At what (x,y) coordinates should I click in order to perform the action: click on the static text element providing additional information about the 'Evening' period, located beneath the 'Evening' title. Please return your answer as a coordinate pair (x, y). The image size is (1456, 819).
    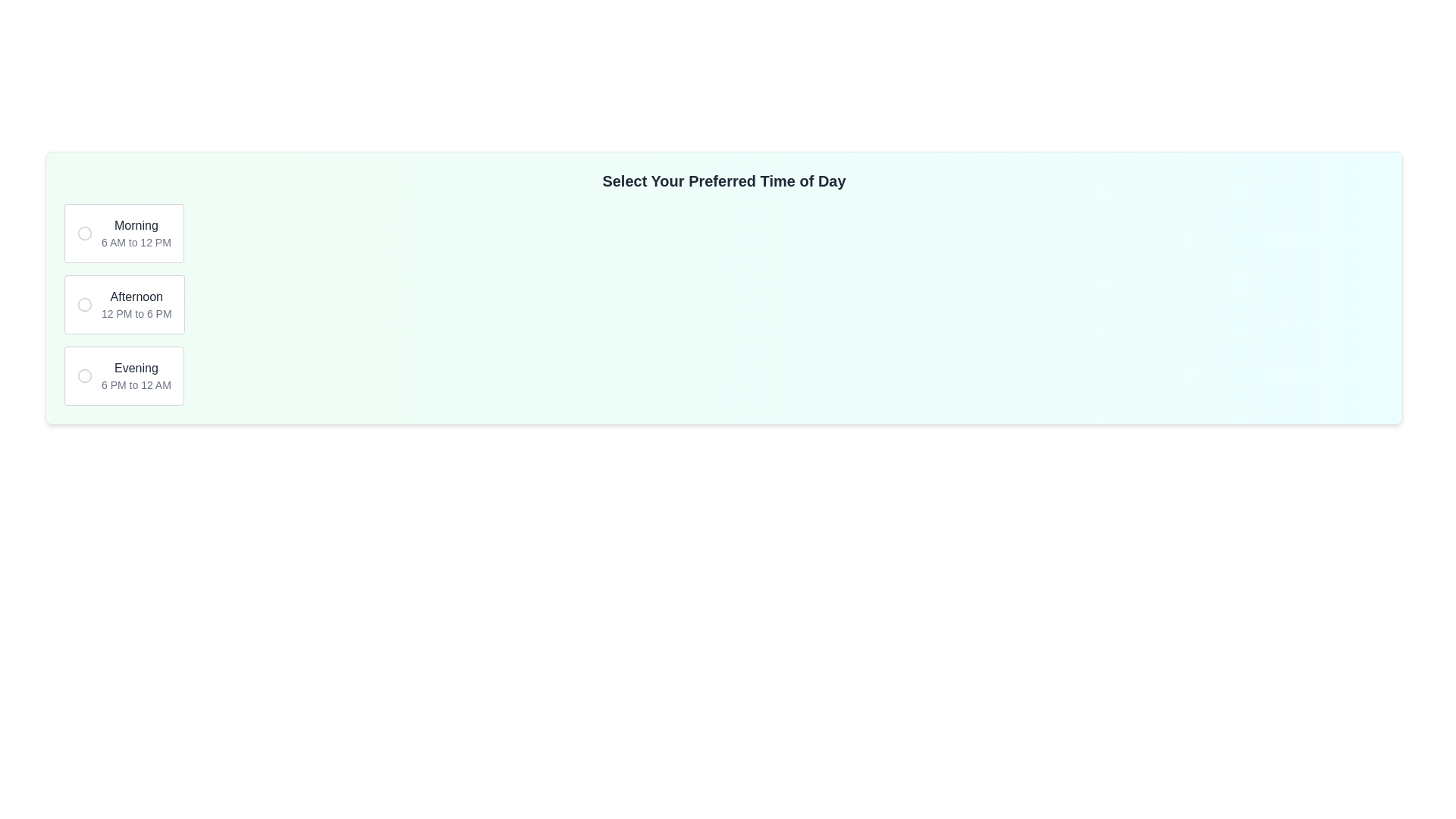
    Looking at the image, I should click on (136, 384).